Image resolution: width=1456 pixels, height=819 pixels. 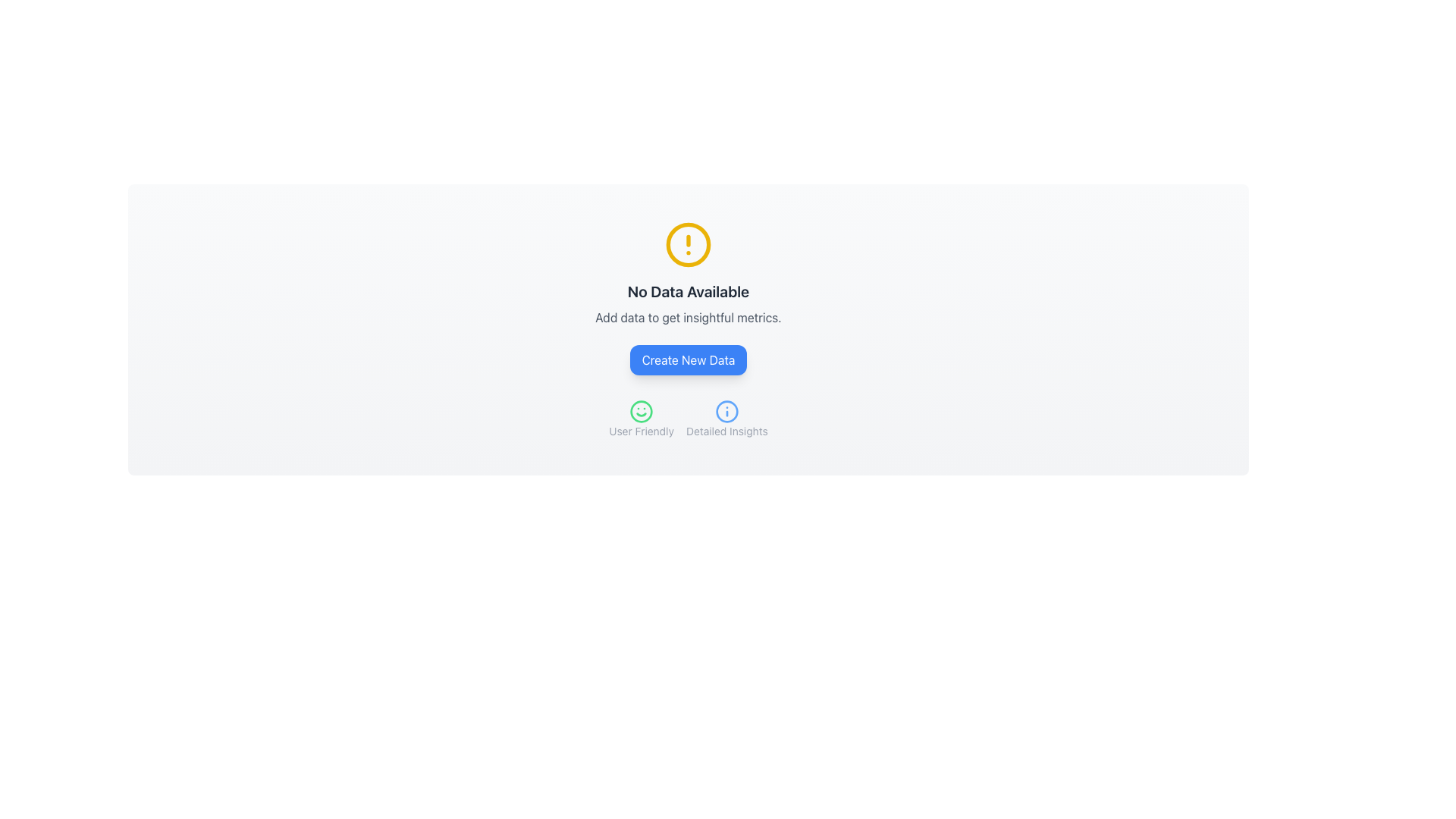 What do you see at coordinates (642, 419) in the screenshot?
I see `text label 'User Friendly' which is accompanied by a green smiley face icon and is the first element in its group` at bounding box center [642, 419].